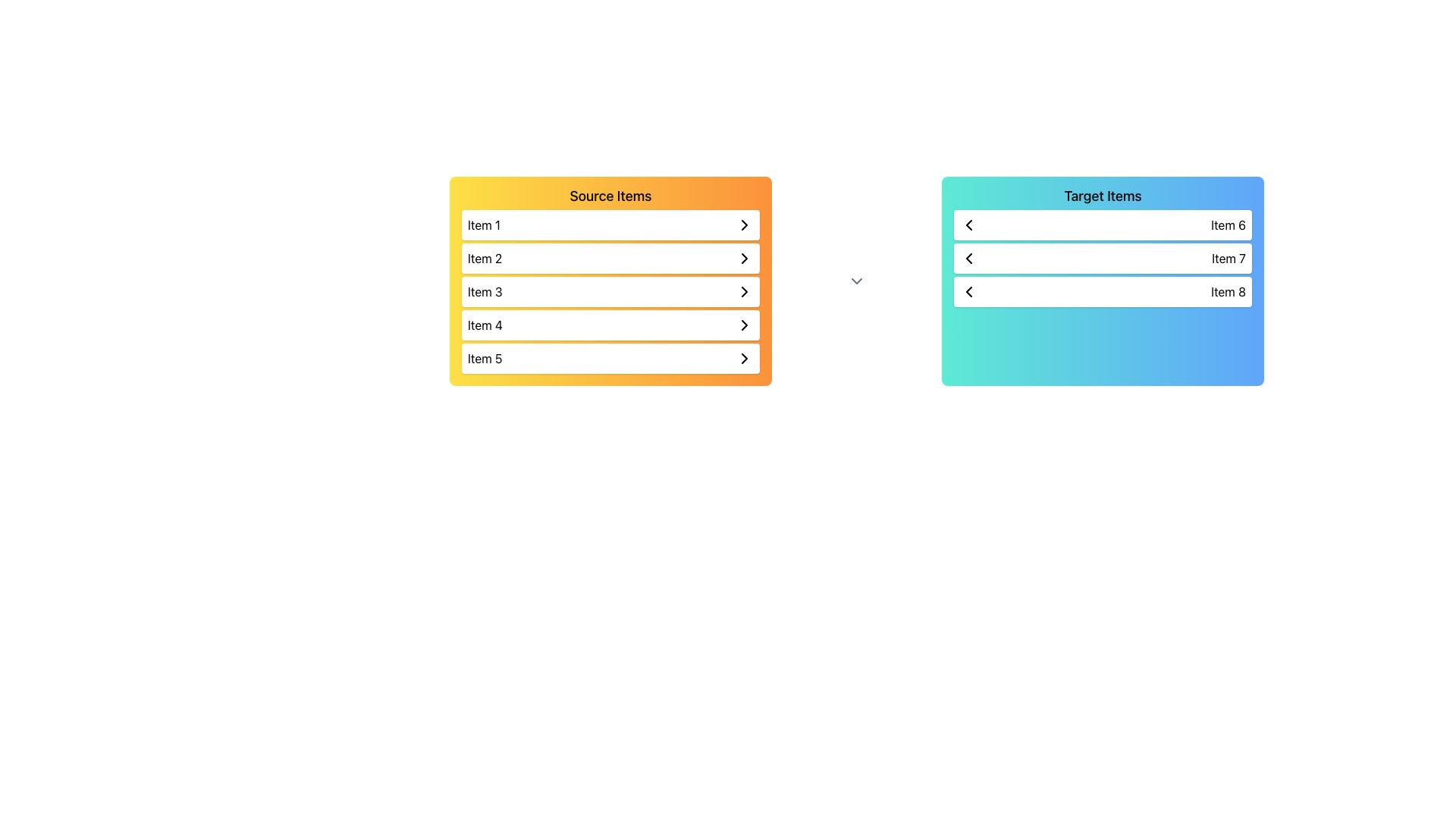 The width and height of the screenshot is (1456, 819). I want to click on the text label displaying 'Item 2' within the yellow-to-orange gradient panel labeled 'Source Items' for additional information, so click(484, 257).